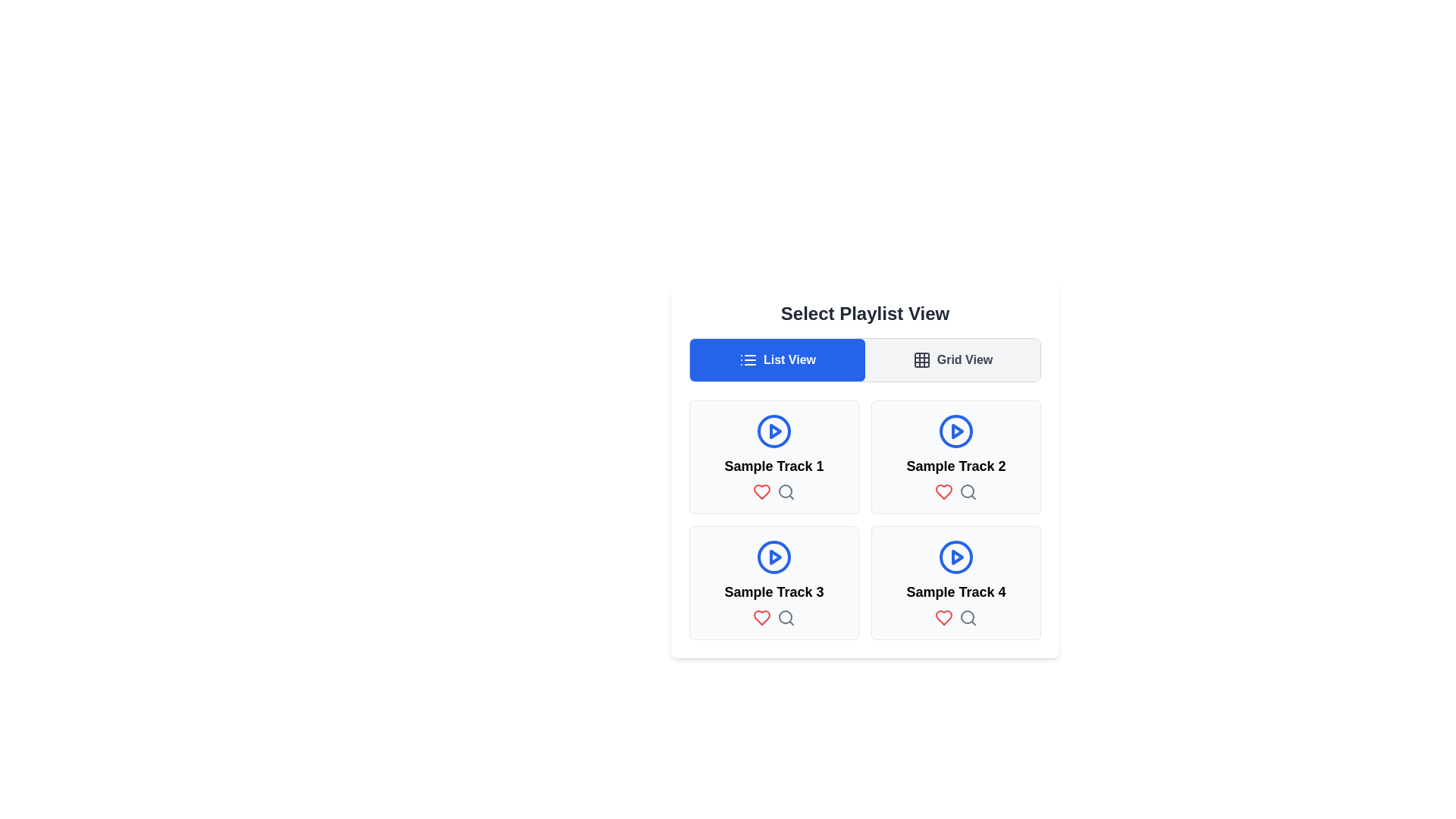 The image size is (1456, 819). I want to click on the Icon Button located below the 'Sample Track 4' label to favorite the track, so click(943, 617).